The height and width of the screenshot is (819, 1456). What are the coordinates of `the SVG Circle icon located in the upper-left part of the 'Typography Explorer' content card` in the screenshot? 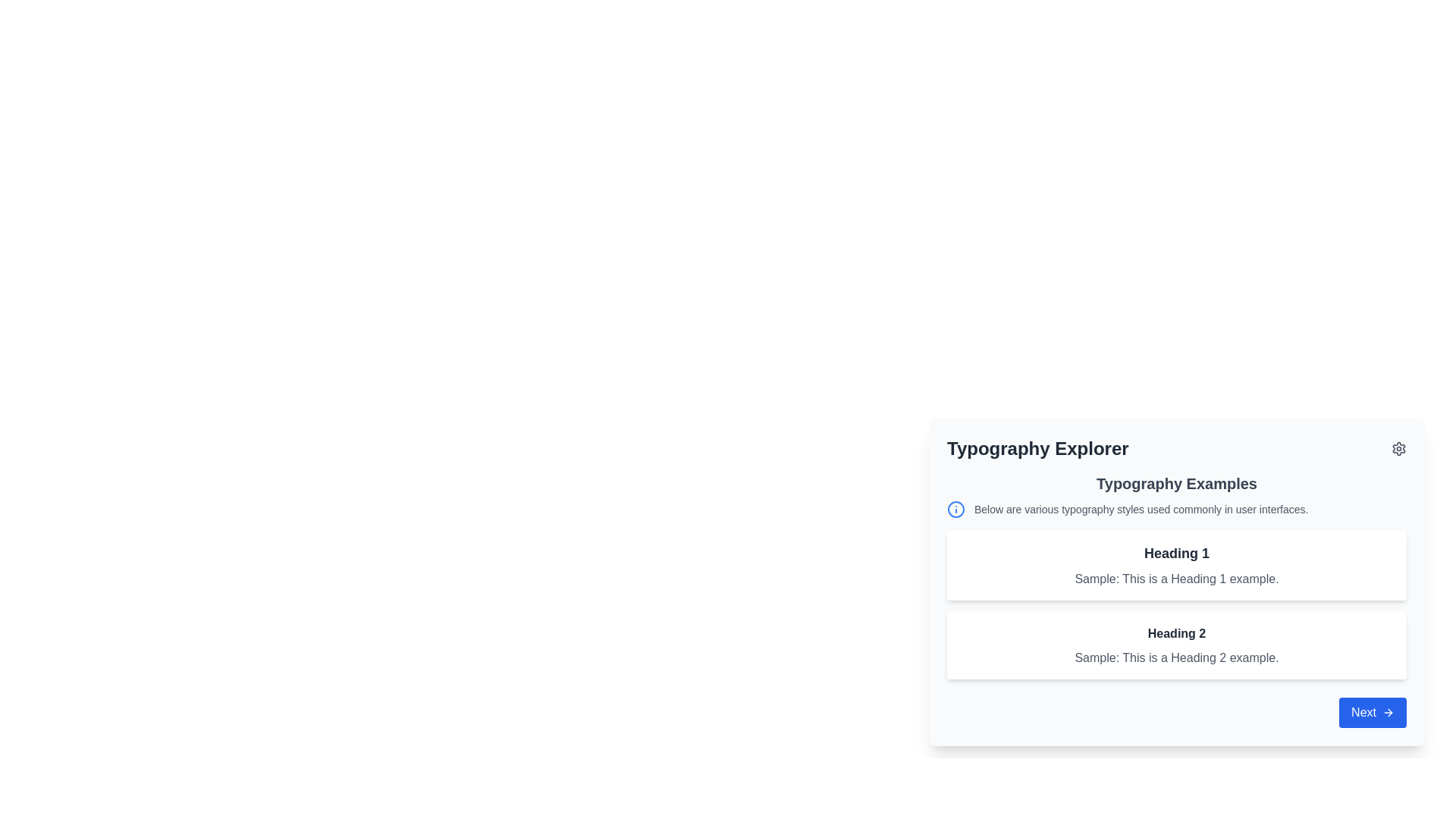 It's located at (955, 509).